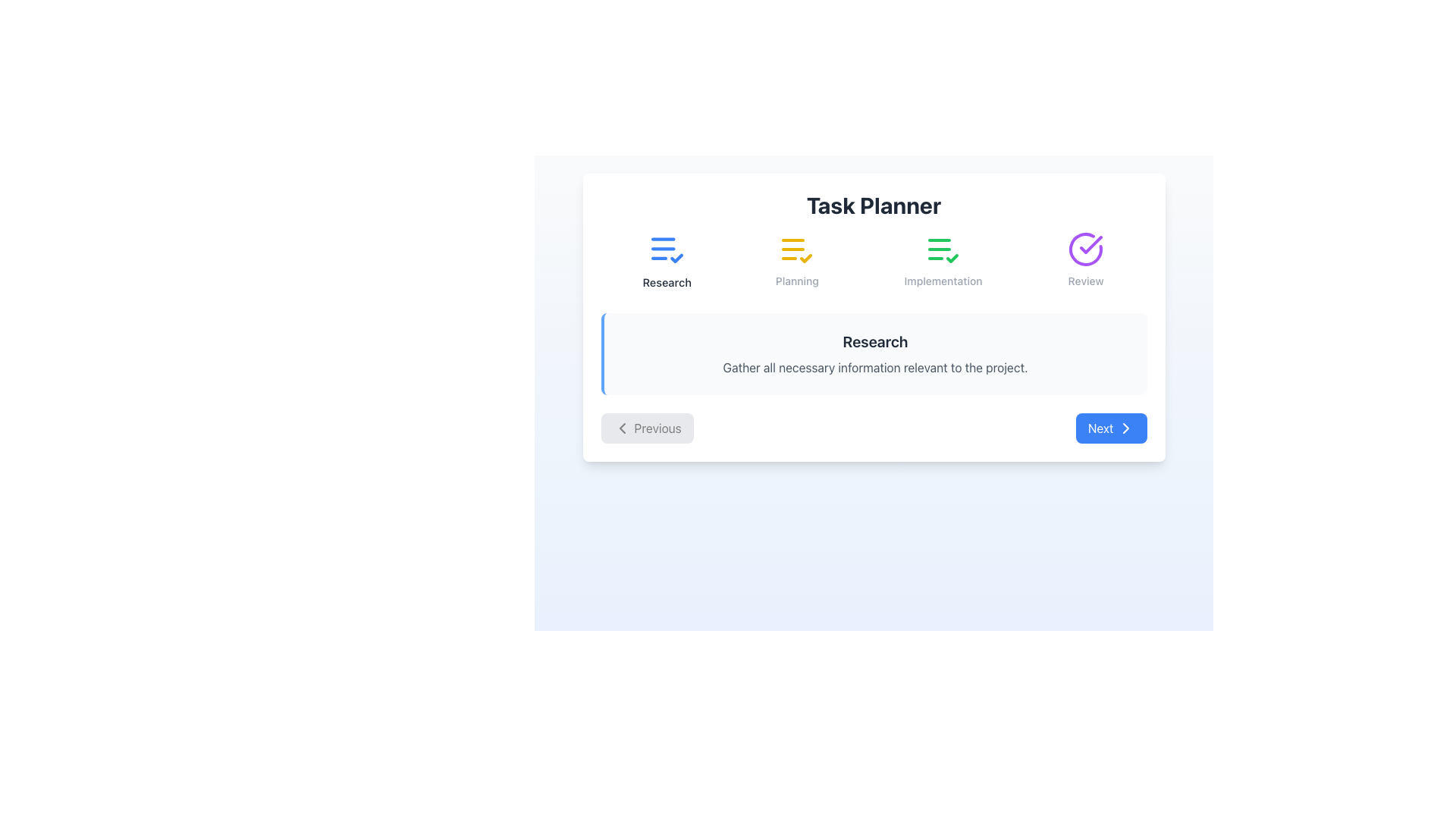 This screenshot has height=819, width=1456. Describe the element at coordinates (942, 248) in the screenshot. I see `the 'Implementation' phase icon, which is the third in a row of four icons` at that location.